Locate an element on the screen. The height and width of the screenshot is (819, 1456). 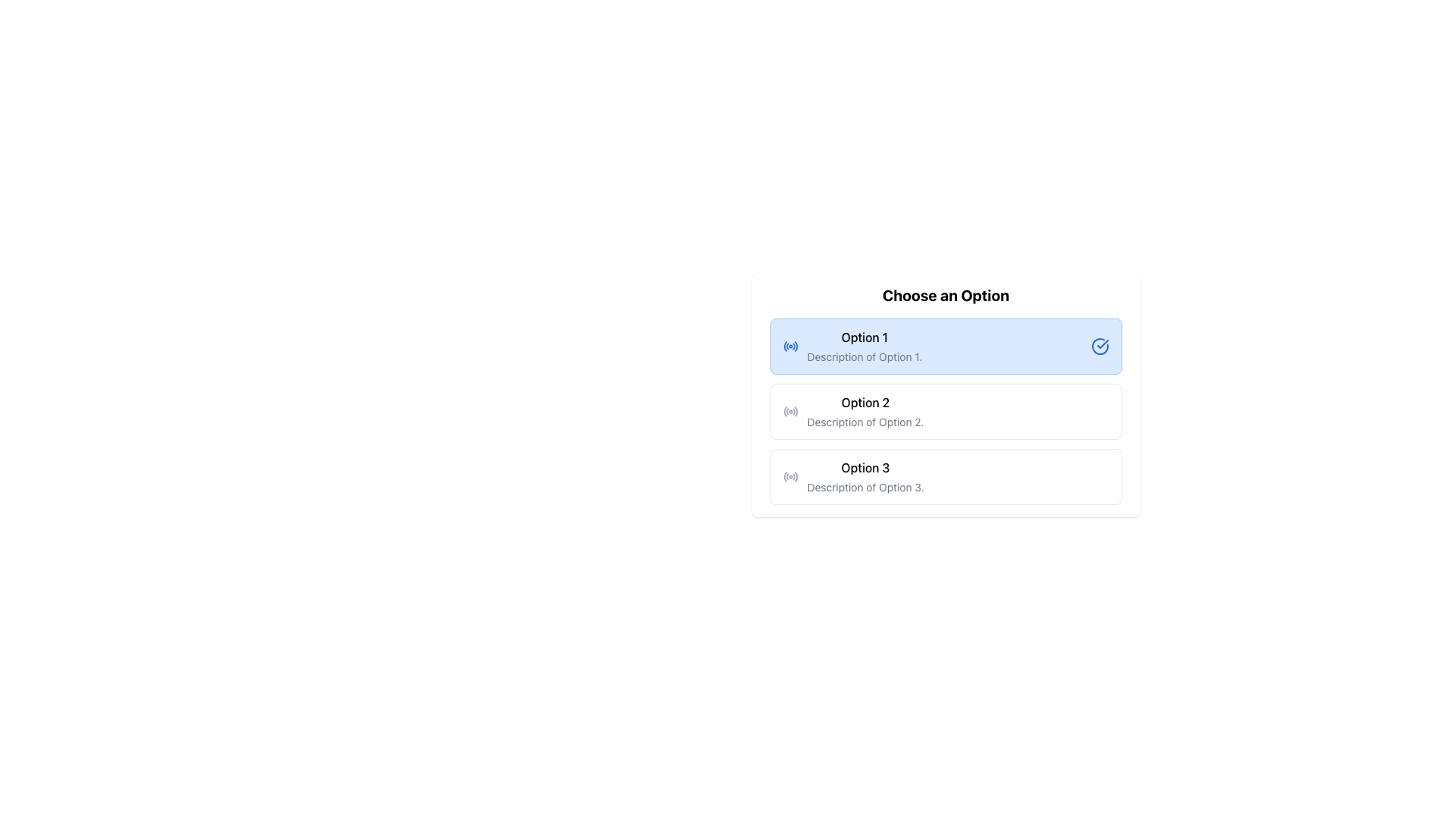
the small circular icon resembling a radio transmission symbol, which is gray in color and located to the left of the text 'Option 2' in the option selection list is located at coordinates (789, 412).